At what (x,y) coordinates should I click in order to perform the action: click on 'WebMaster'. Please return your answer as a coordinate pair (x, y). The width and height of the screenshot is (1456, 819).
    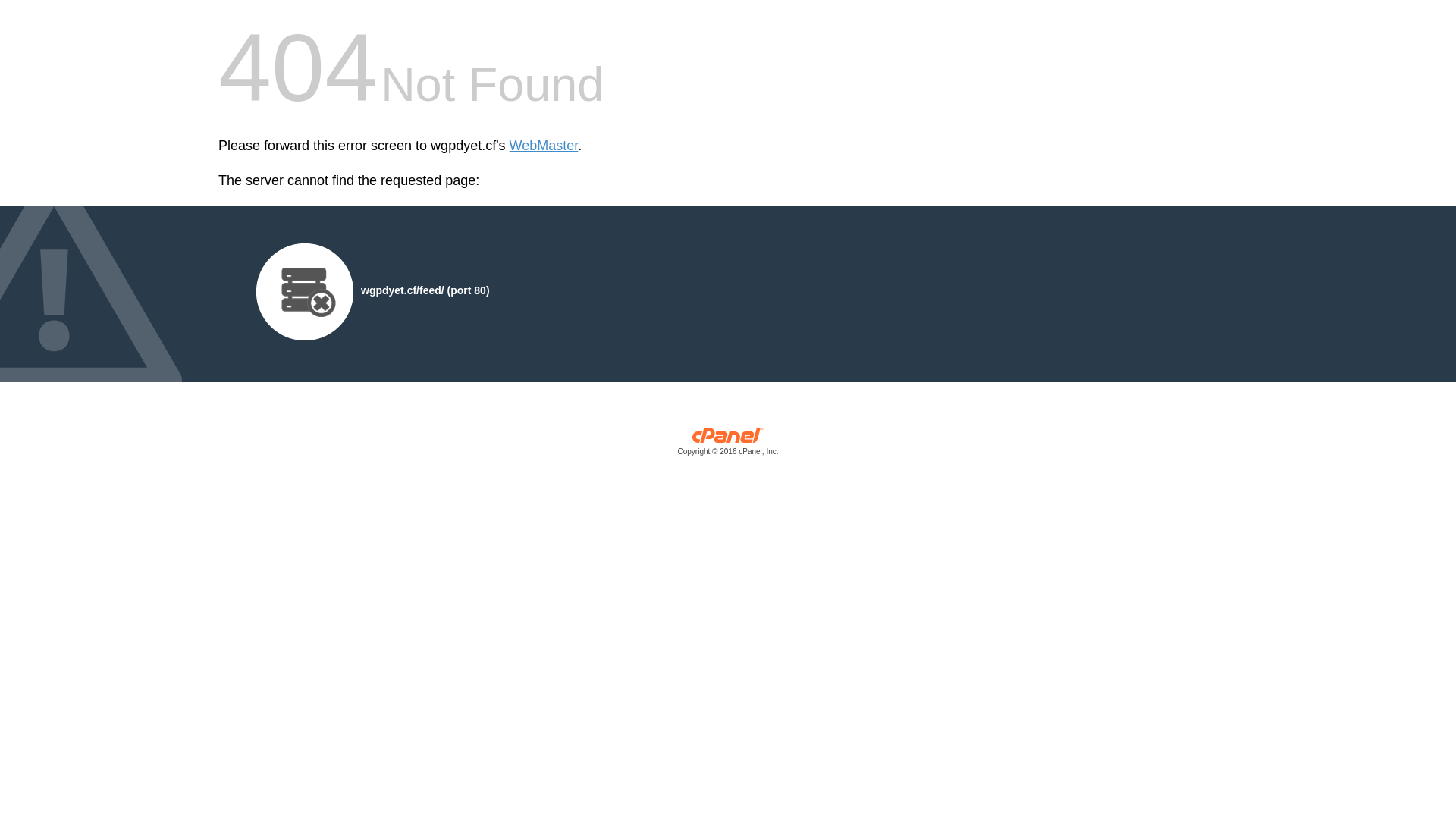
    Looking at the image, I should click on (544, 146).